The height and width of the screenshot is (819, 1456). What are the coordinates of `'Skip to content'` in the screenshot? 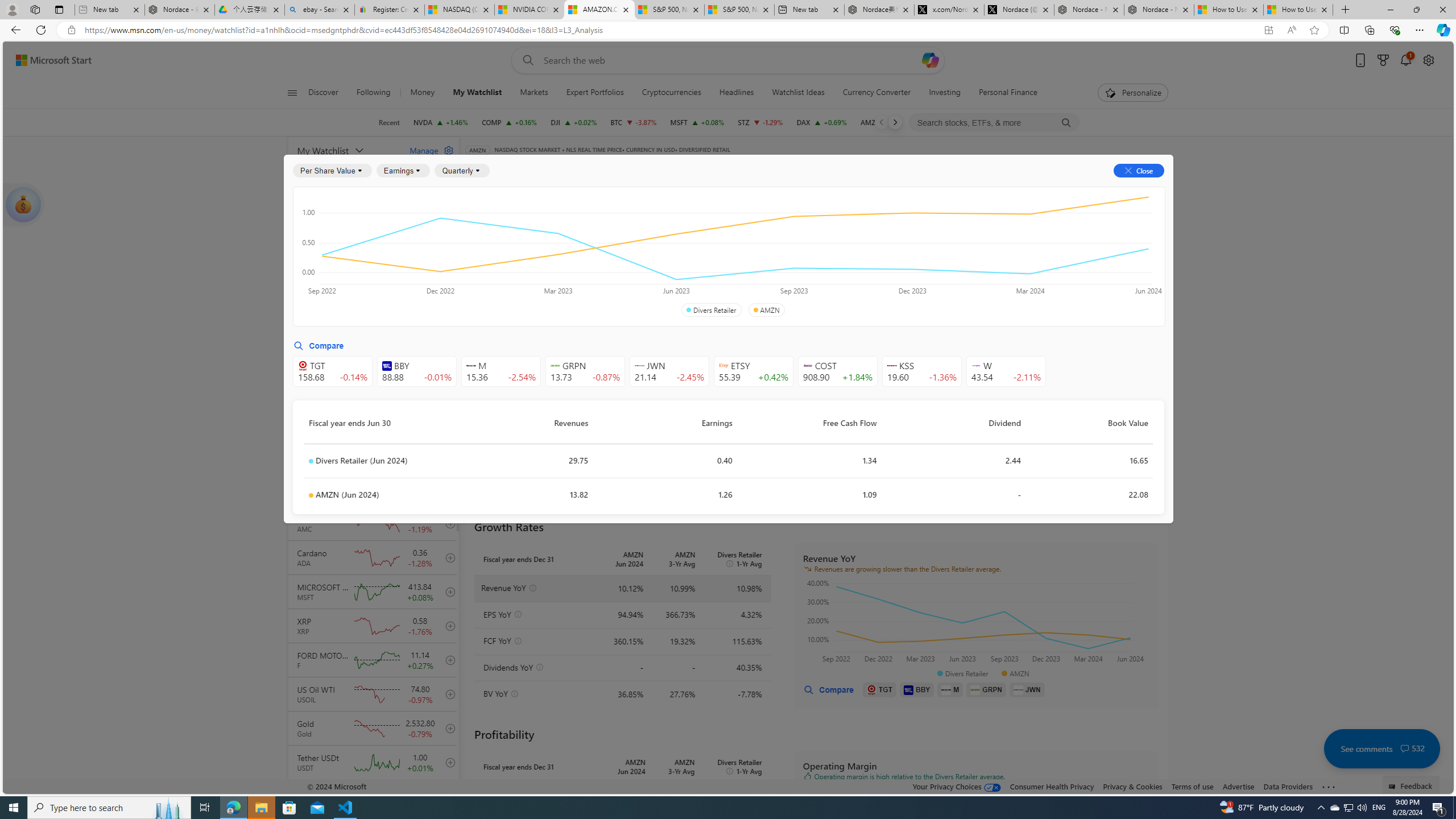 It's located at (49, 59).